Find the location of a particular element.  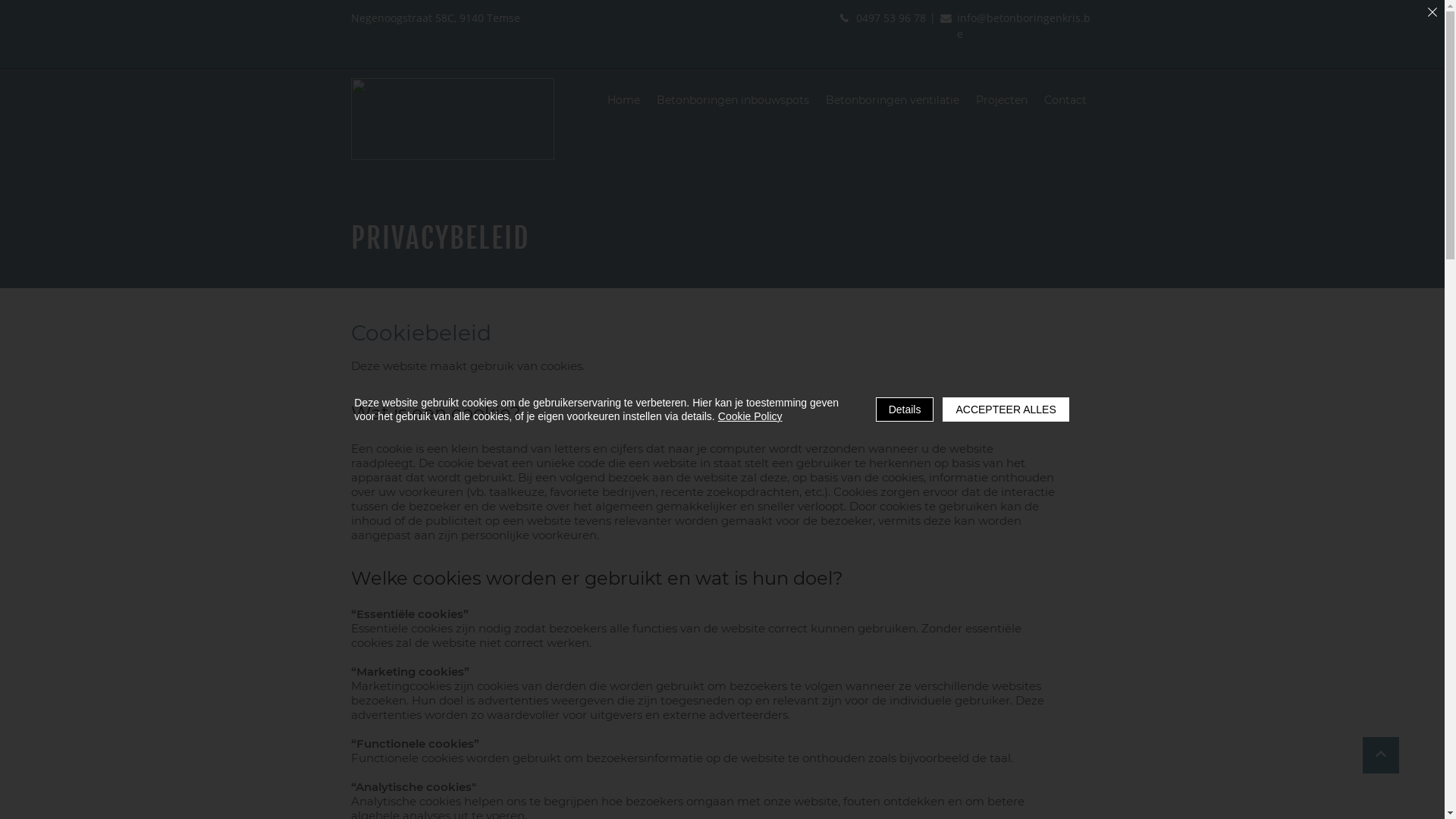

'Projecten' is located at coordinates (1001, 101).